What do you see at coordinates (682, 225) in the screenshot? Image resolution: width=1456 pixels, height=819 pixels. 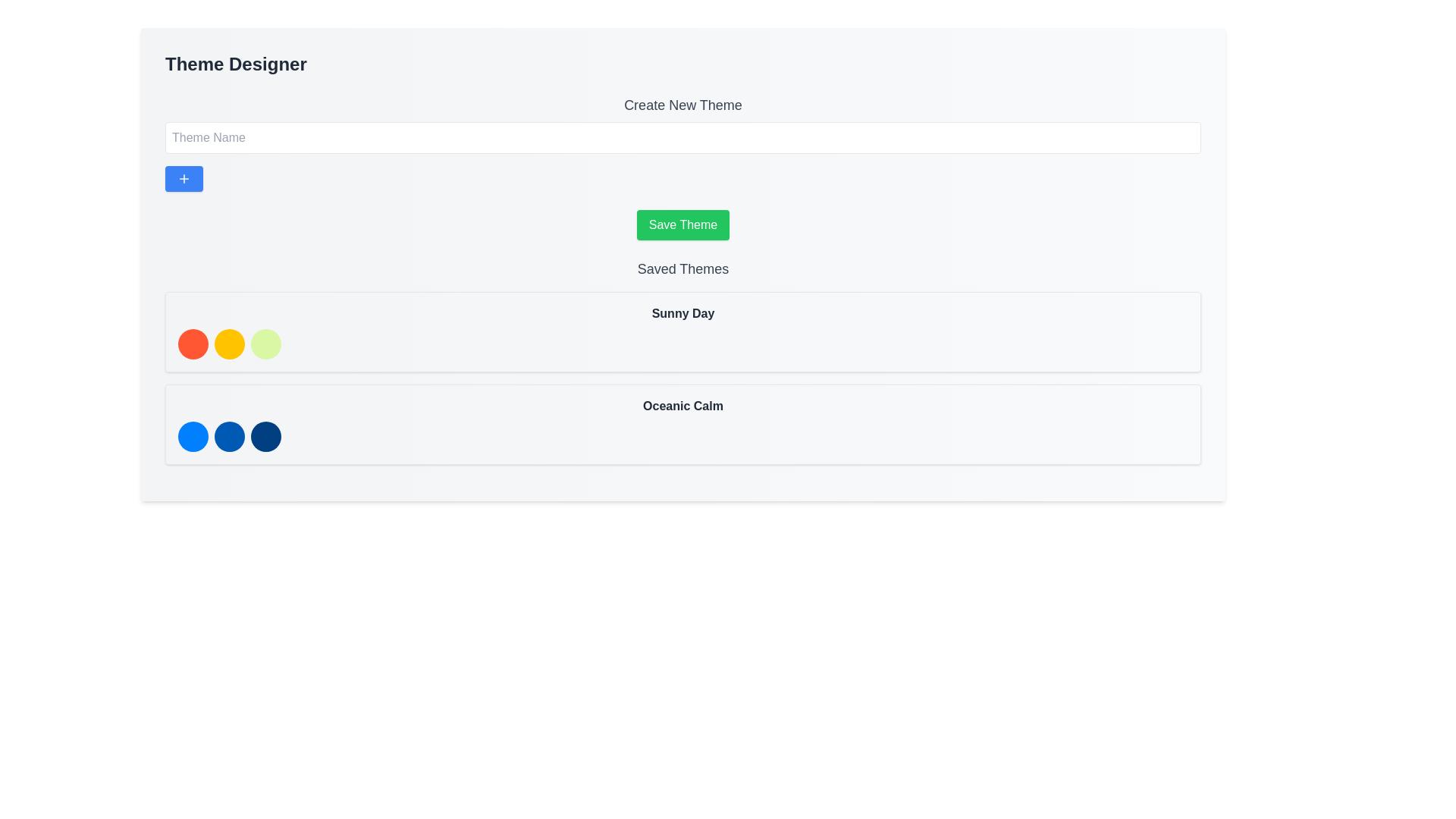 I see `the 'Save Theme' button with a vibrant green background` at bounding box center [682, 225].